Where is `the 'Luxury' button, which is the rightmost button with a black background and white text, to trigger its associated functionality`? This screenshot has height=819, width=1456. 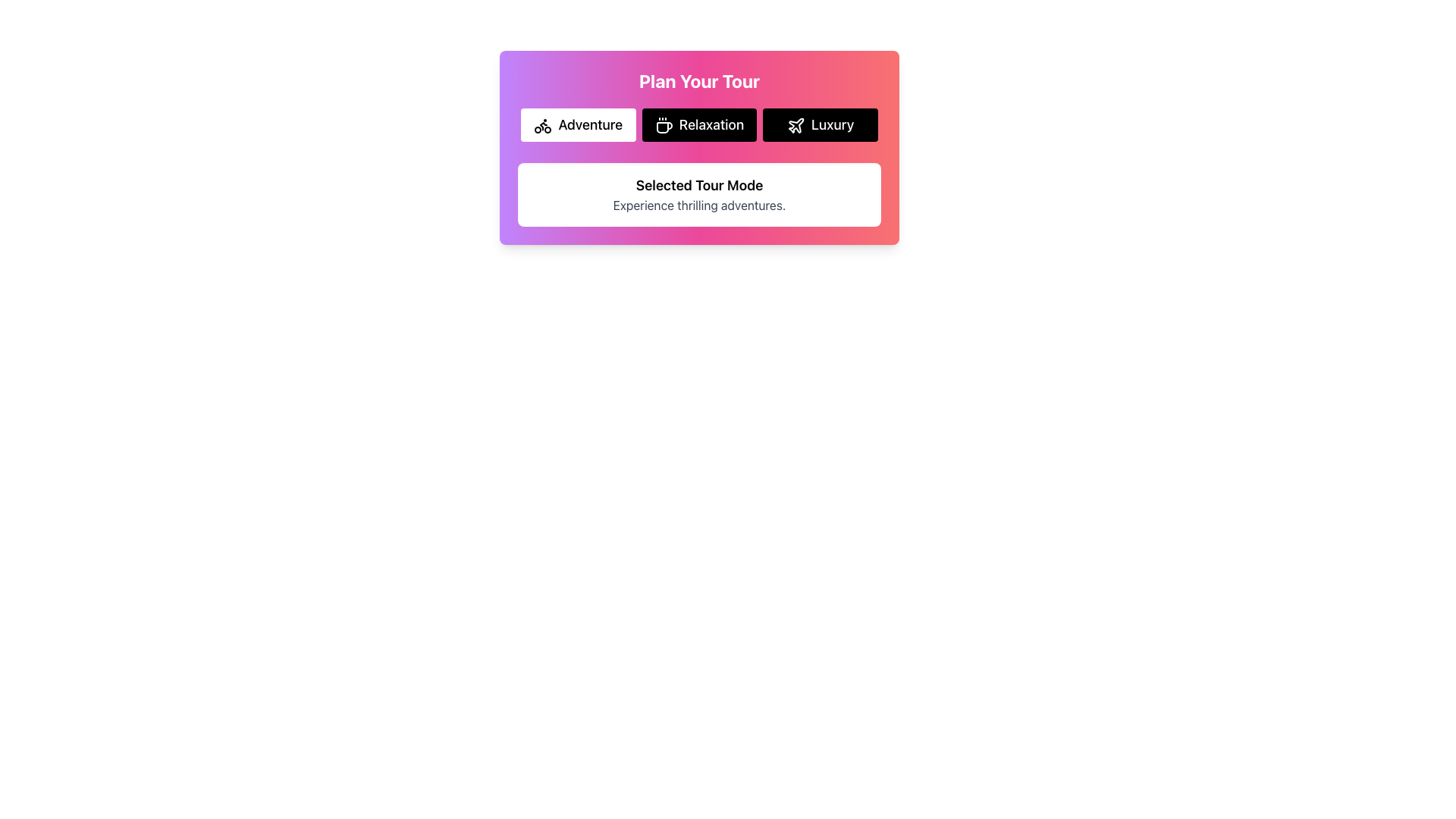 the 'Luxury' button, which is the rightmost button with a black background and white text, to trigger its associated functionality is located at coordinates (820, 124).